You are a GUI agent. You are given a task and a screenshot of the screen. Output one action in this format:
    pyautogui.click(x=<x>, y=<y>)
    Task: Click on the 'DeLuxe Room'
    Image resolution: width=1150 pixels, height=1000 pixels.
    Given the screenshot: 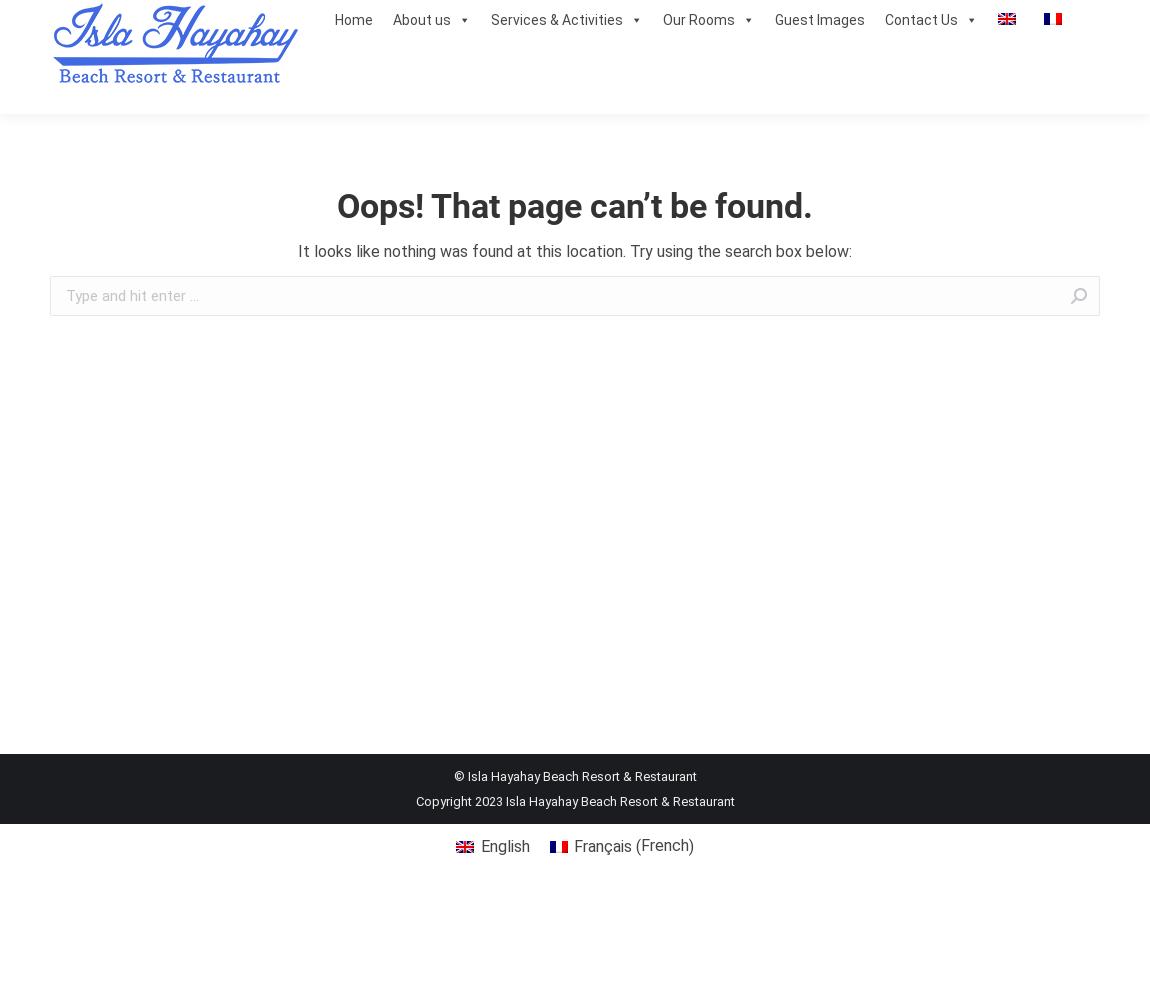 What is the action you would take?
    pyautogui.click(x=706, y=172)
    